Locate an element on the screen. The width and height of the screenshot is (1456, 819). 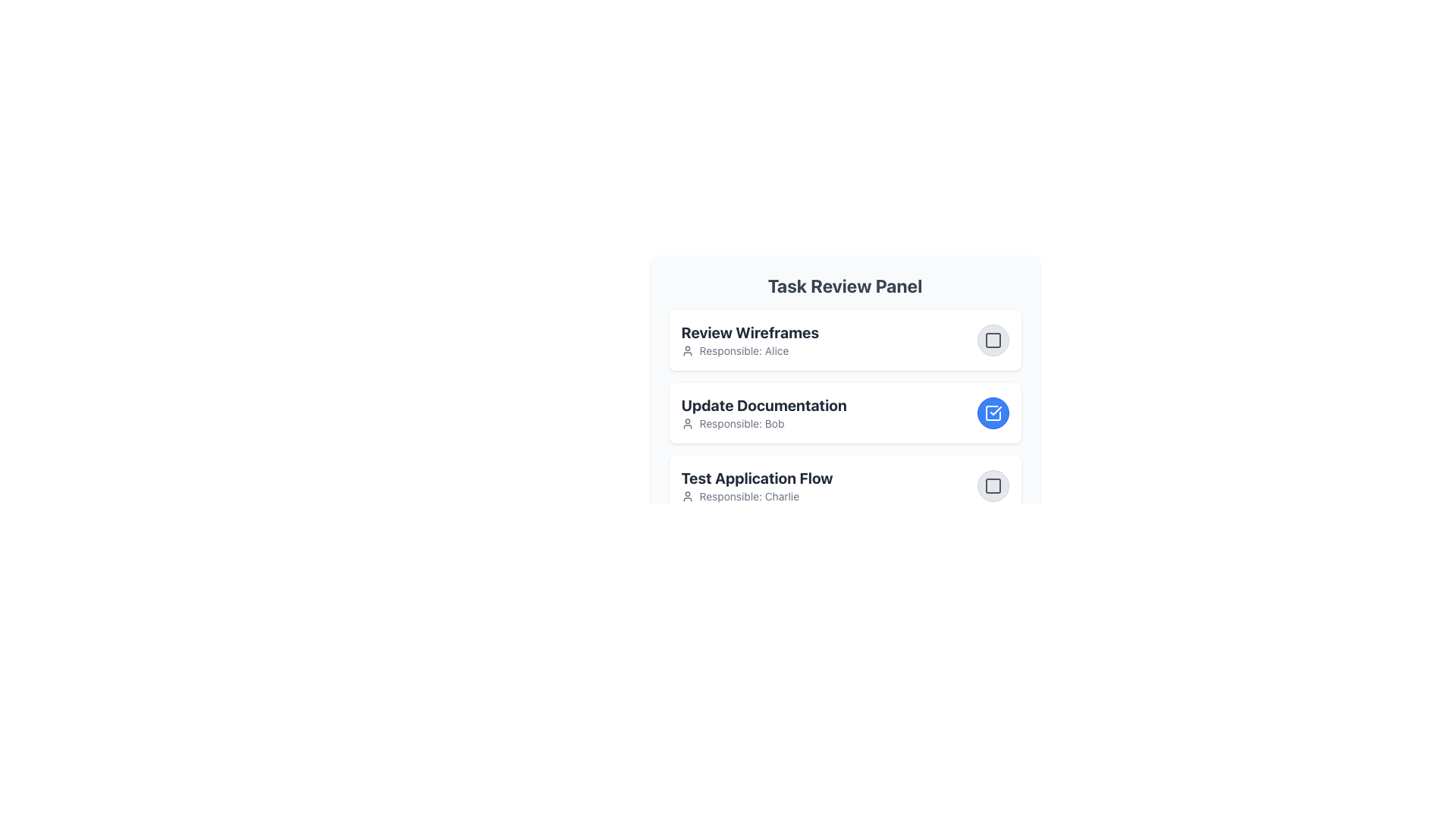
the text label 'Responsible: Bob' with a user silhouette icon, located within the 'Update Documentation' group is located at coordinates (764, 424).